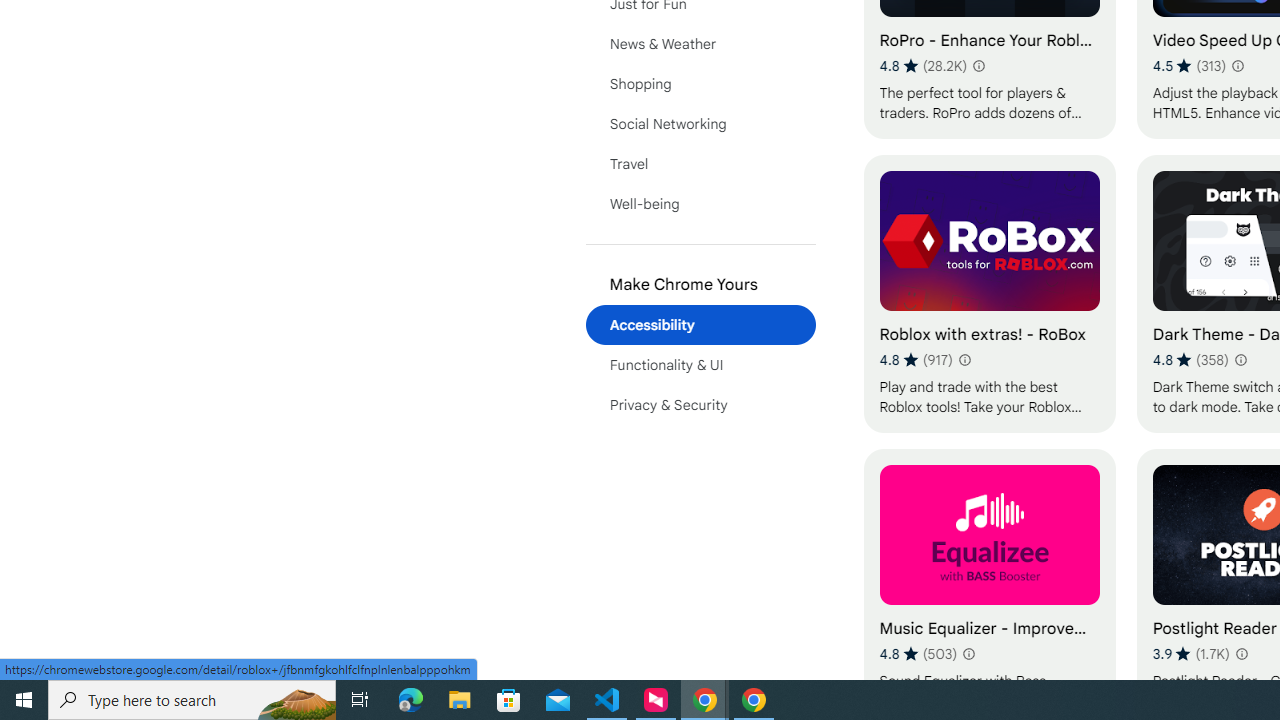 The image size is (1280, 720). What do you see at coordinates (1189, 65) in the screenshot?
I see `'Average rating 4.5 out of 5 stars. 313 ratings.'` at bounding box center [1189, 65].